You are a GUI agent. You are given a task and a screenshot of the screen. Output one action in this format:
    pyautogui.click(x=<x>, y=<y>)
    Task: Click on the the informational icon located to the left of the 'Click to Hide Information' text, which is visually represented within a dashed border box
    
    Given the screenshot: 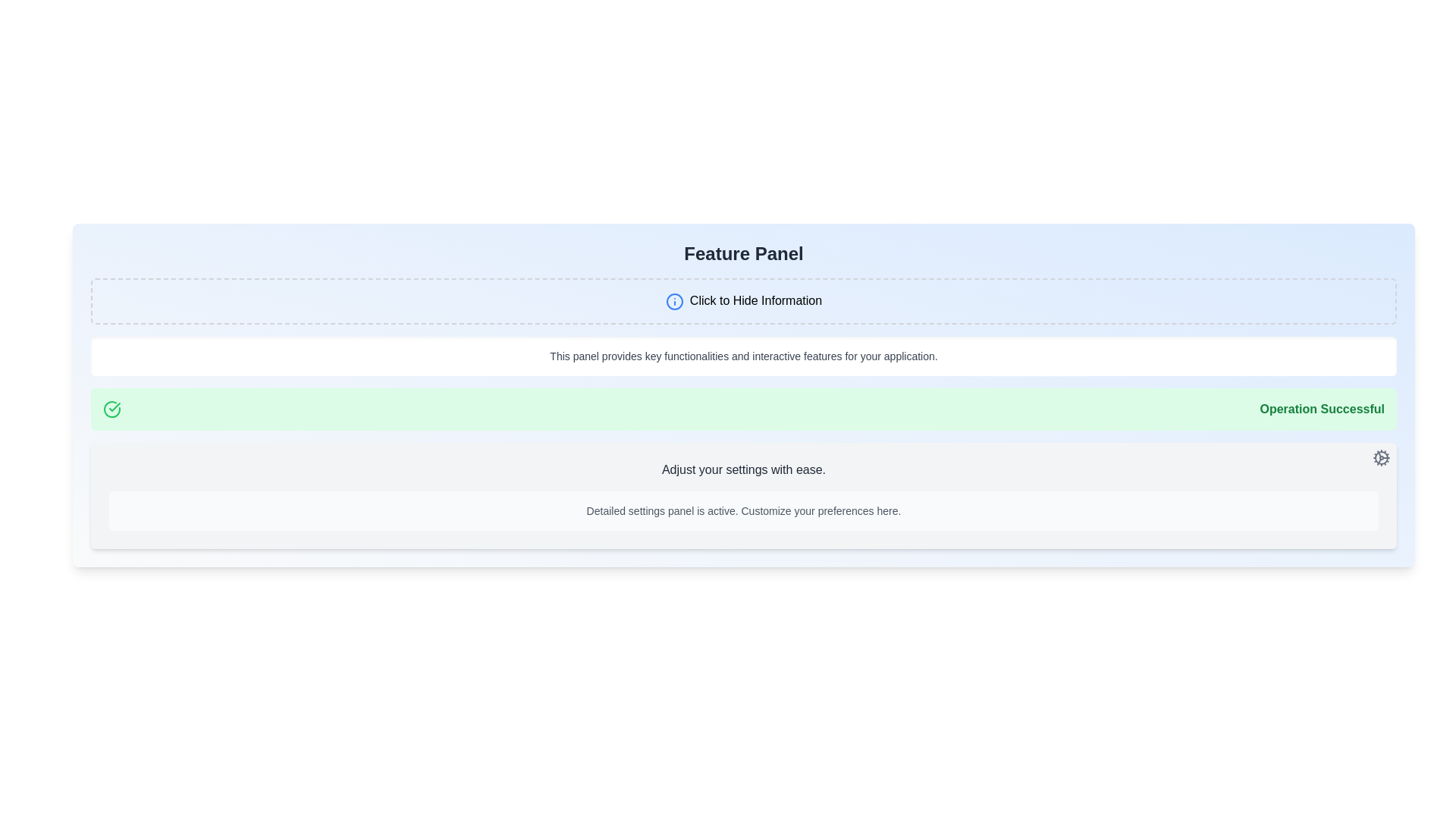 What is the action you would take?
    pyautogui.click(x=673, y=301)
    